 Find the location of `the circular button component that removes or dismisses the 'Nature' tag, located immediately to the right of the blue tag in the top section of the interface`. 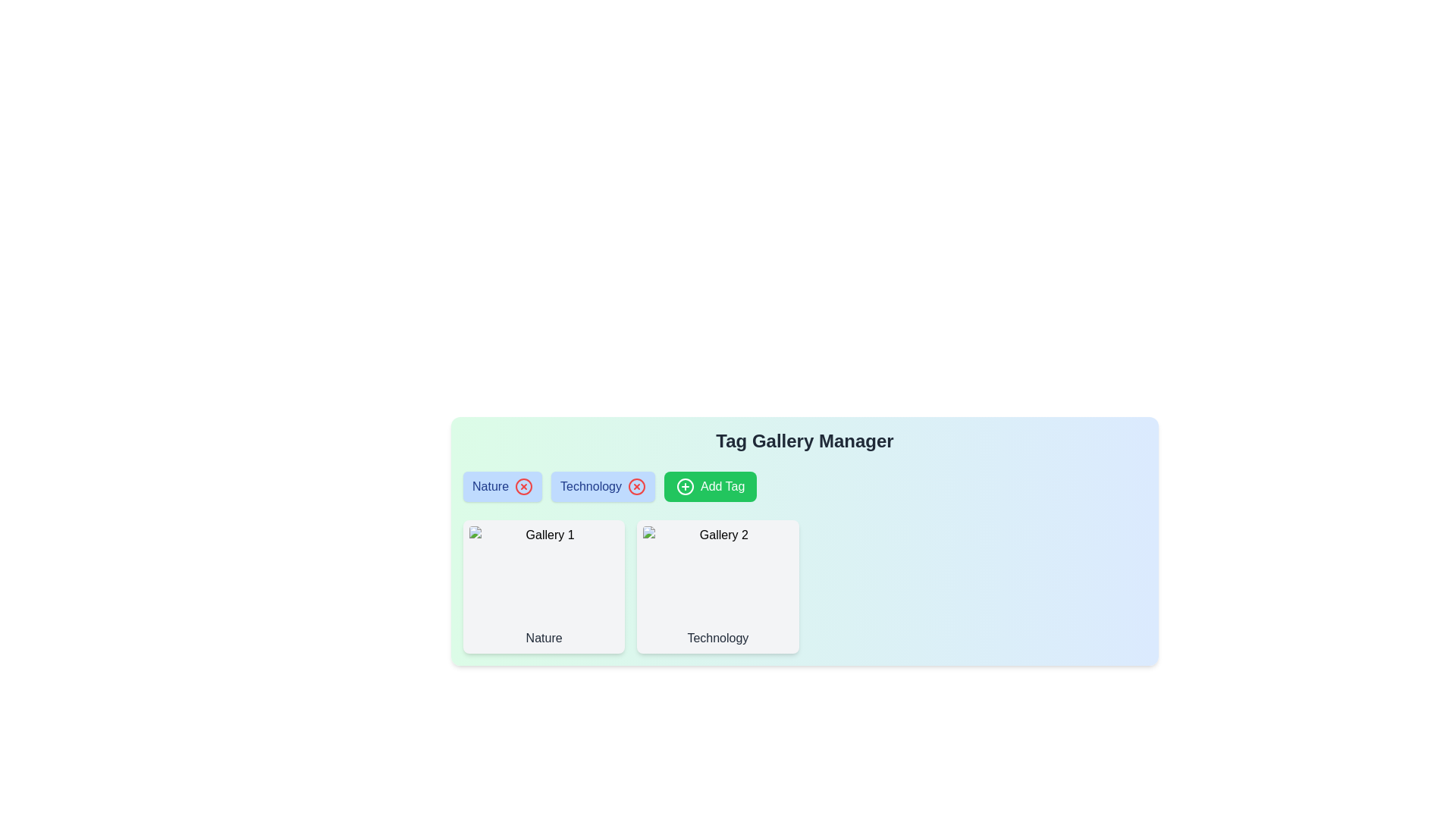

the circular button component that removes or dismisses the 'Nature' tag, located immediately to the right of the blue tag in the top section of the interface is located at coordinates (524, 486).